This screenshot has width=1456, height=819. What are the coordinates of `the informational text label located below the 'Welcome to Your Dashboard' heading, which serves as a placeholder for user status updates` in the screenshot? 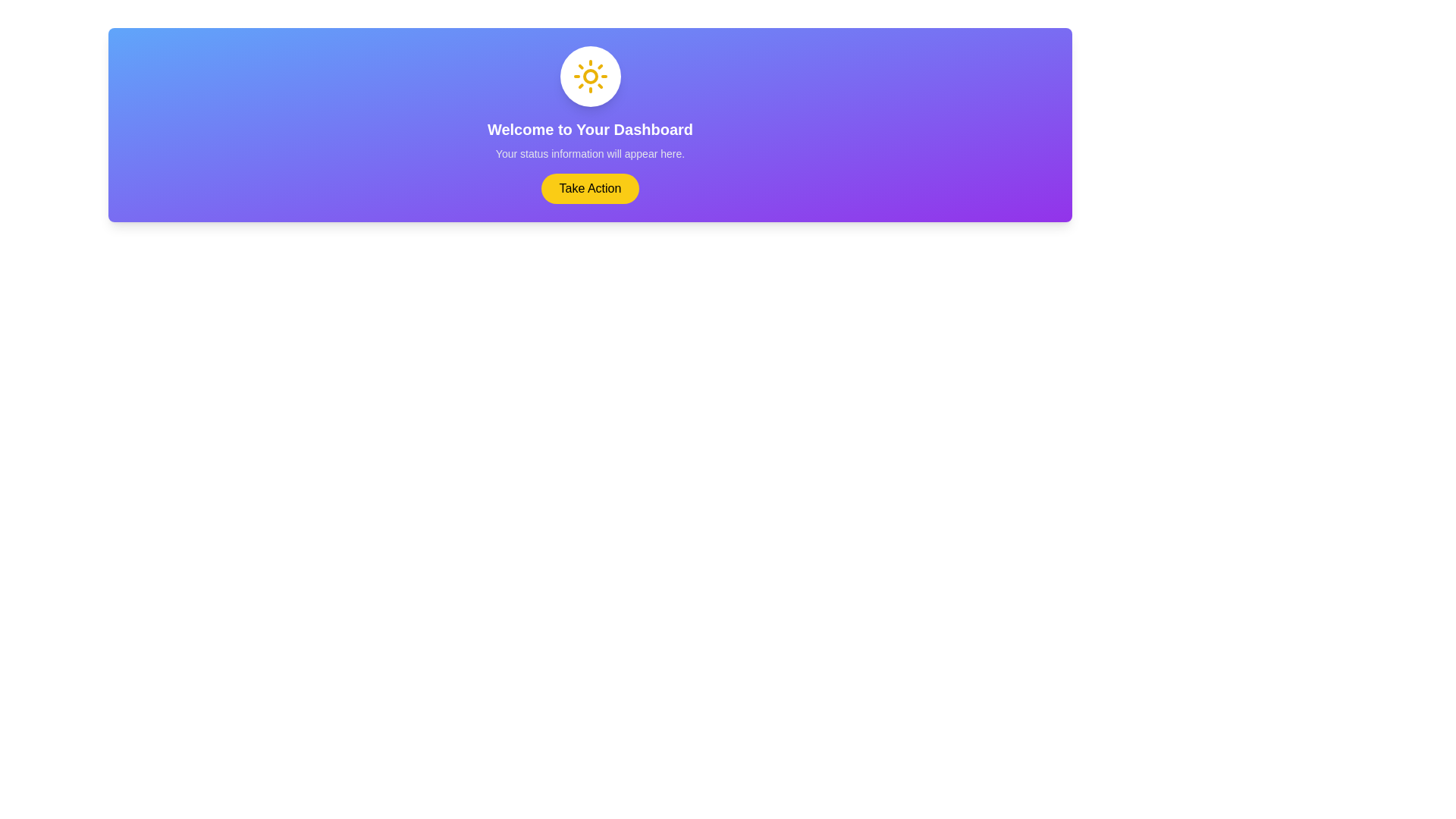 It's located at (589, 154).